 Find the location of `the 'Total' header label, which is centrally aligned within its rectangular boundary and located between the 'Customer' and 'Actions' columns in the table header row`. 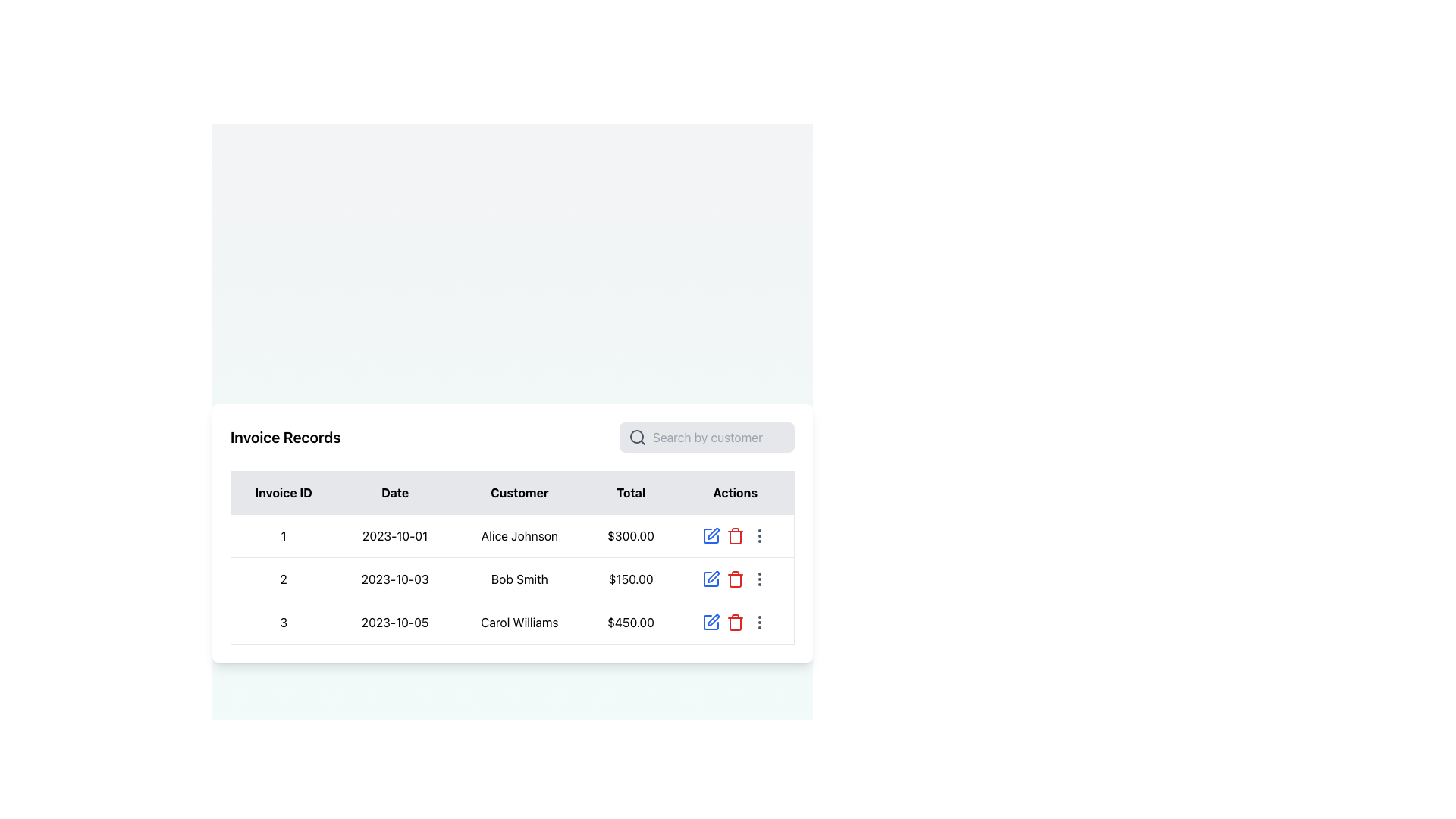

the 'Total' header label, which is centrally aligned within its rectangular boundary and located between the 'Customer' and 'Actions' columns in the table header row is located at coordinates (631, 492).